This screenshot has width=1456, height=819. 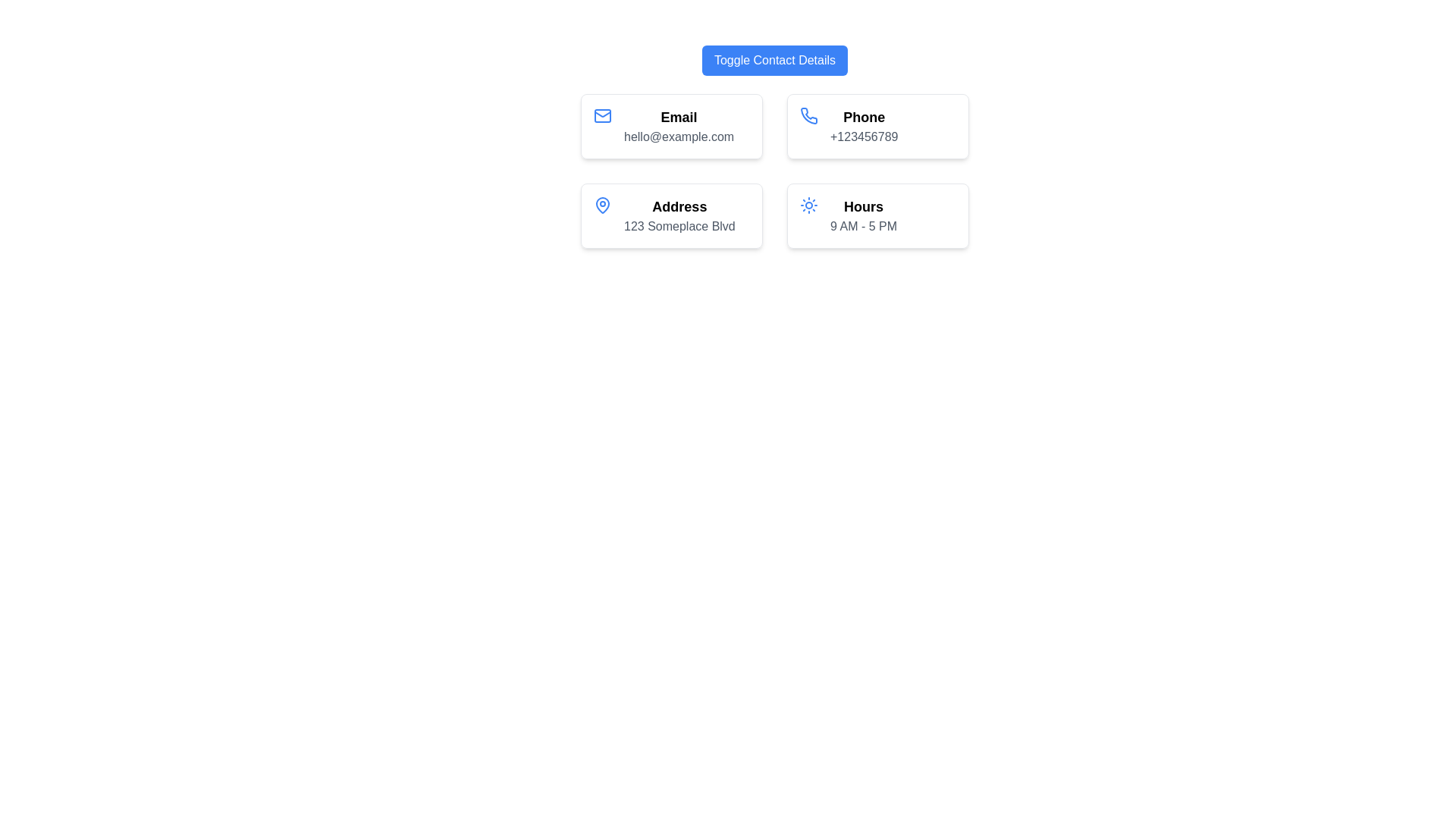 I want to click on the blue rectangular button labeled 'Toggle Contact Details', so click(x=775, y=60).